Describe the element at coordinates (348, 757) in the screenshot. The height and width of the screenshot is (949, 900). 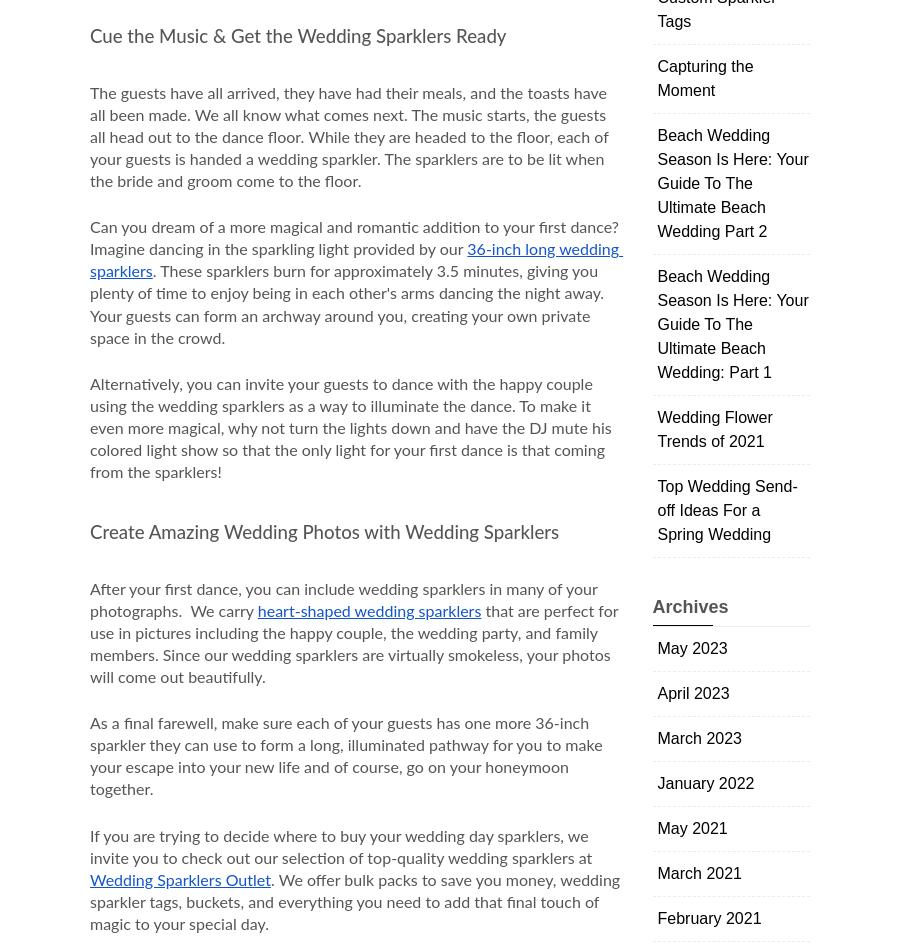
I see `'As a final farewell, make sure each of your guests has one more 36-inch sparkler they can use to form a long, illuminated pathway for you to make your escape into your new life and of course, go on your honeymoon together.'` at that location.